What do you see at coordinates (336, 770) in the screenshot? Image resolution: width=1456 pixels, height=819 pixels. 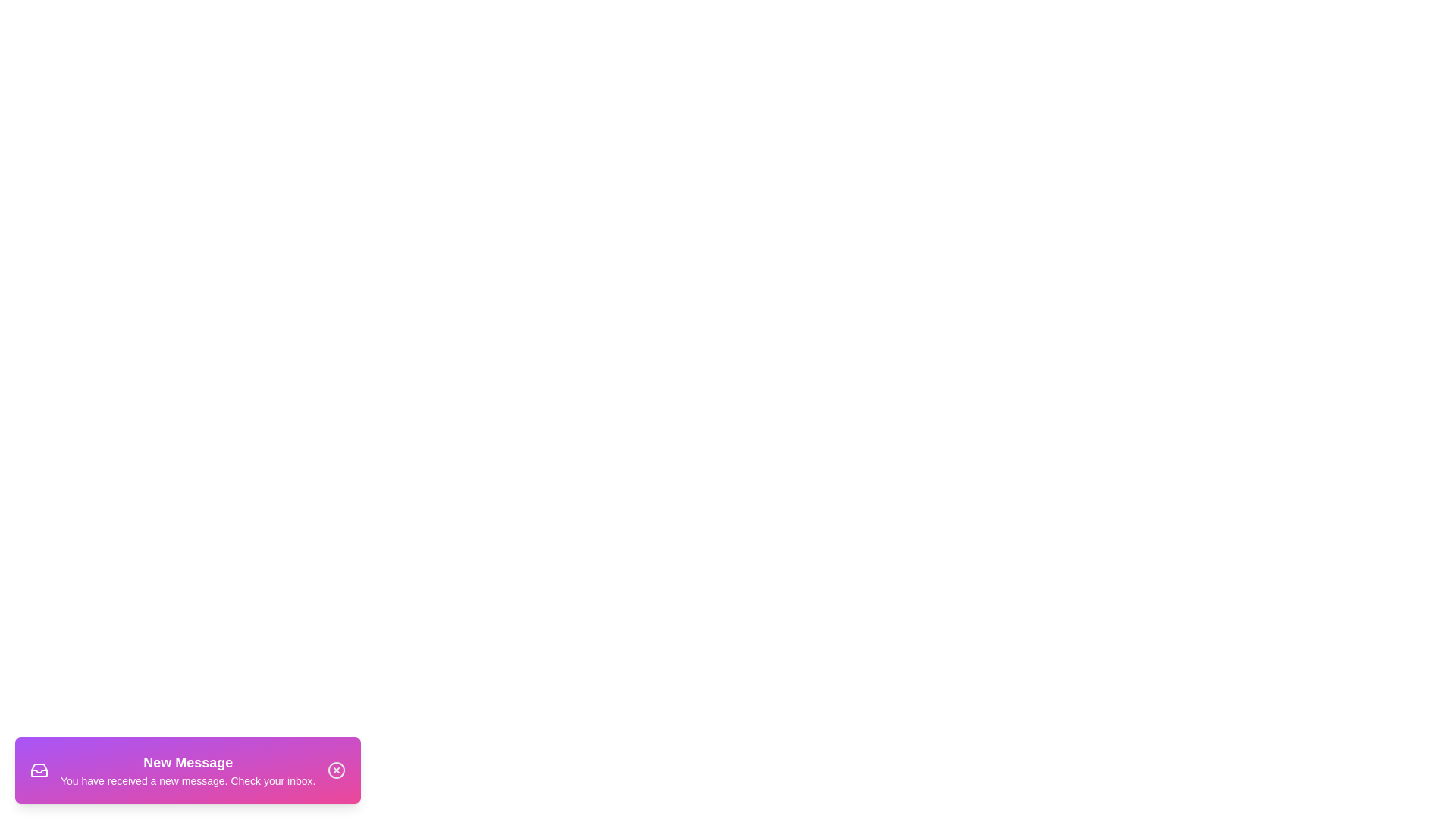 I see `the close button to dismiss the snackbar` at bounding box center [336, 770].